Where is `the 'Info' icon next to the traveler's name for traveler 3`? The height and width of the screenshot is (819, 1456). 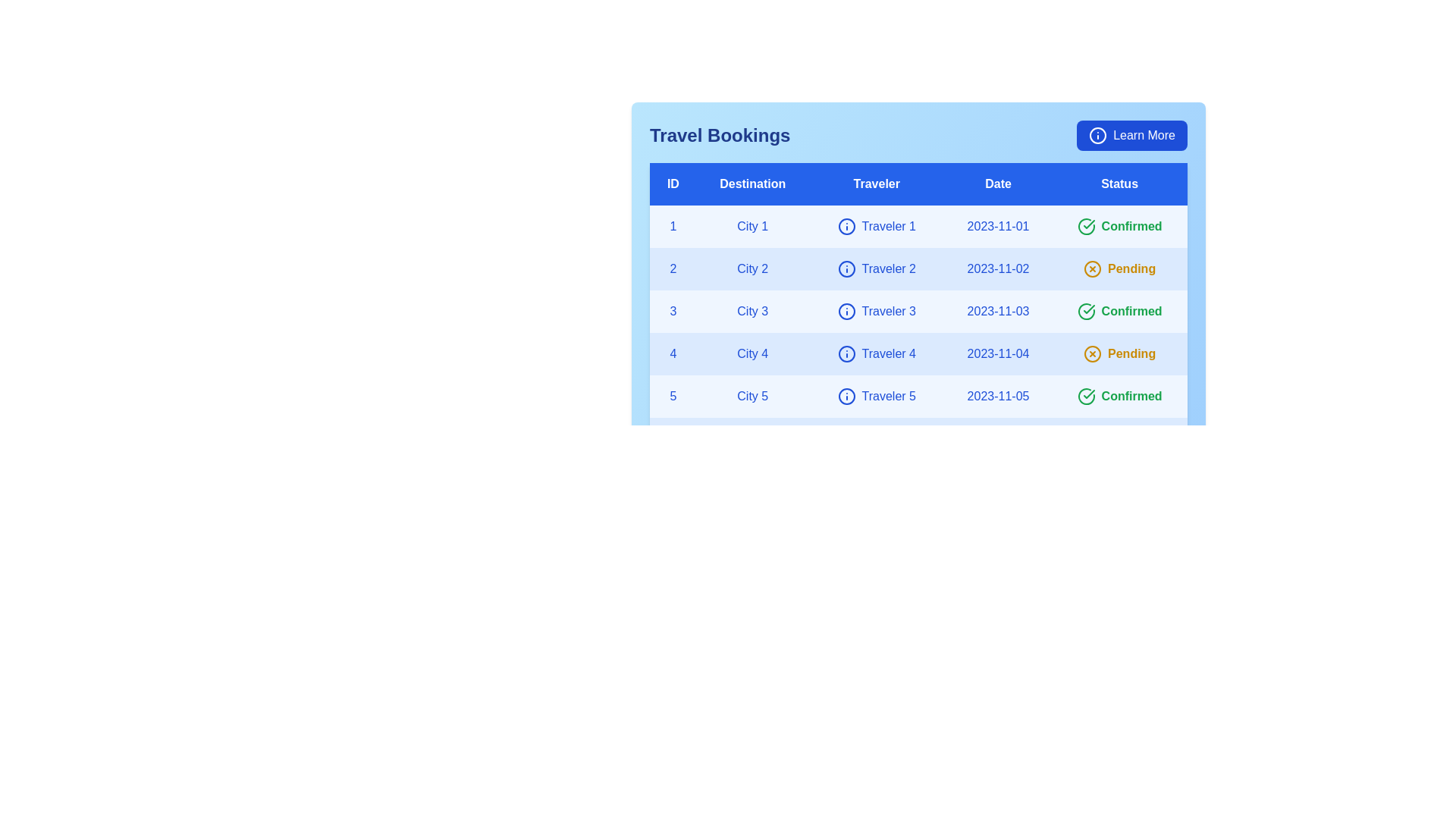
the 'Info' icon next to the traveler's name for traveler 3 is located at coordinates (846, 311).